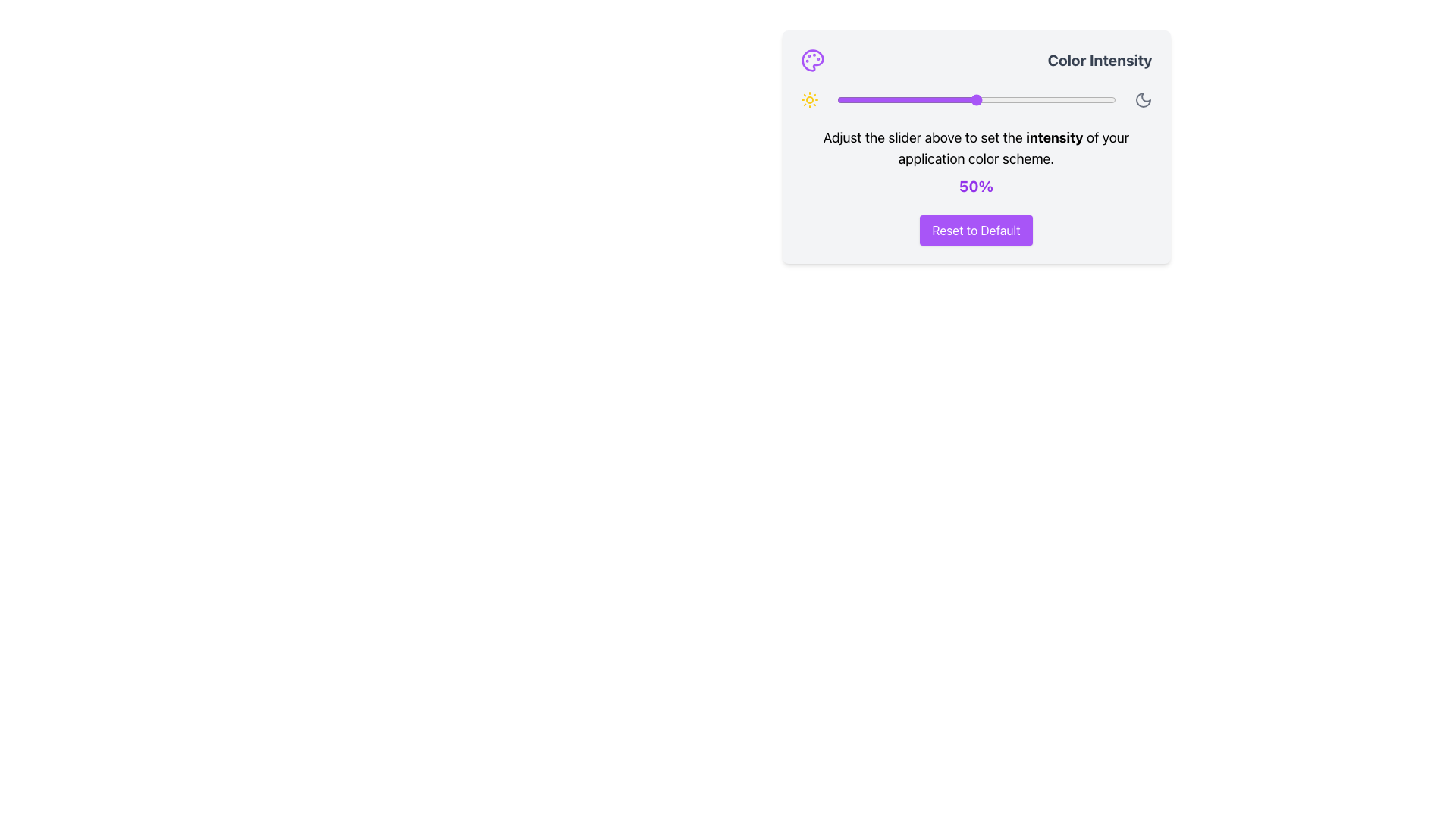 This screenshot has height=819, width=1456. What do you see at coordinates (976, 186) in the screenshot?
I see `the text display showing '50%' in bold purple font, positioned at the bottom of a text block` at bounding box center [976, 186].